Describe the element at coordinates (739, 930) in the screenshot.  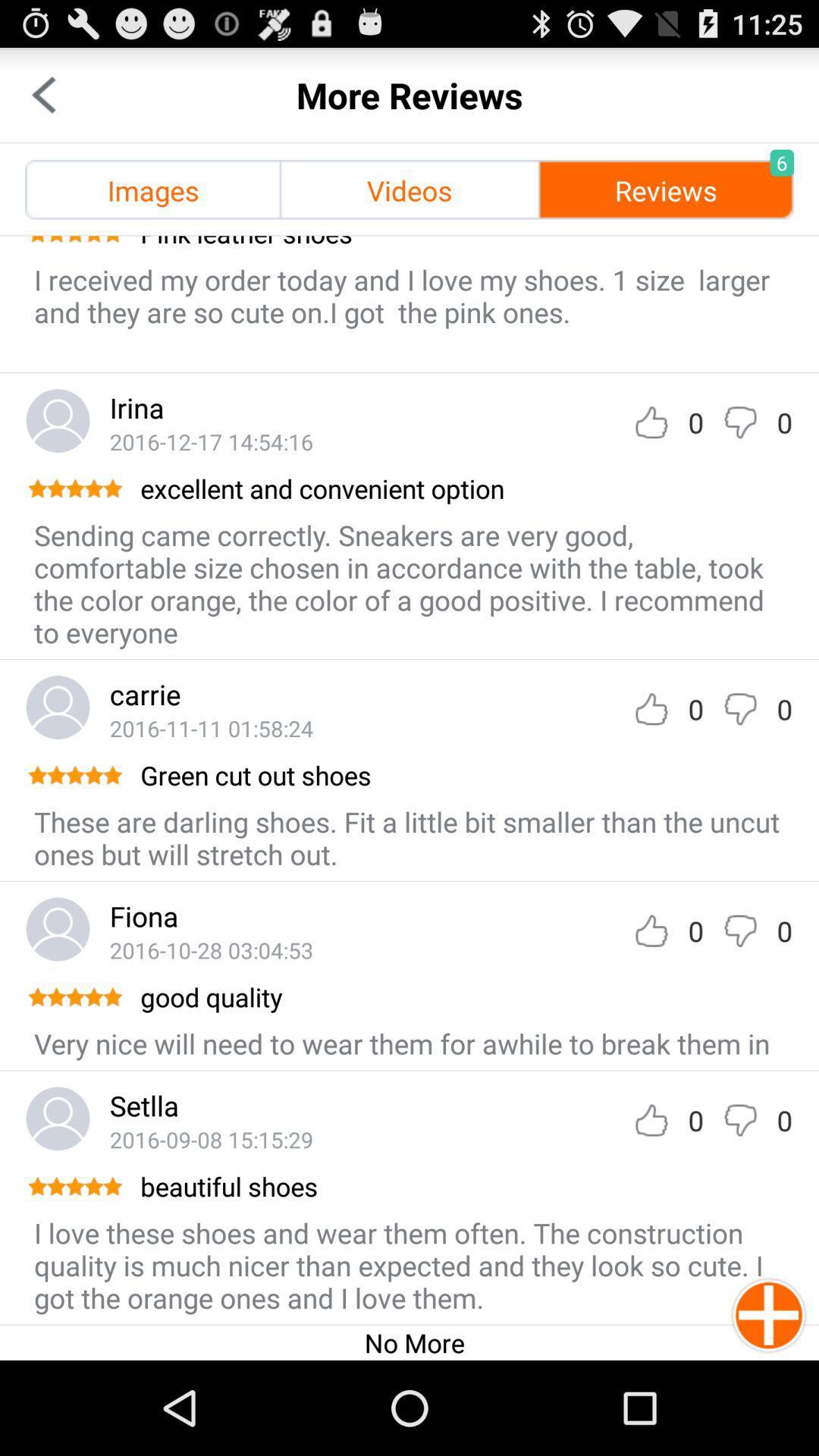
I see `dislikes the review` at that location.